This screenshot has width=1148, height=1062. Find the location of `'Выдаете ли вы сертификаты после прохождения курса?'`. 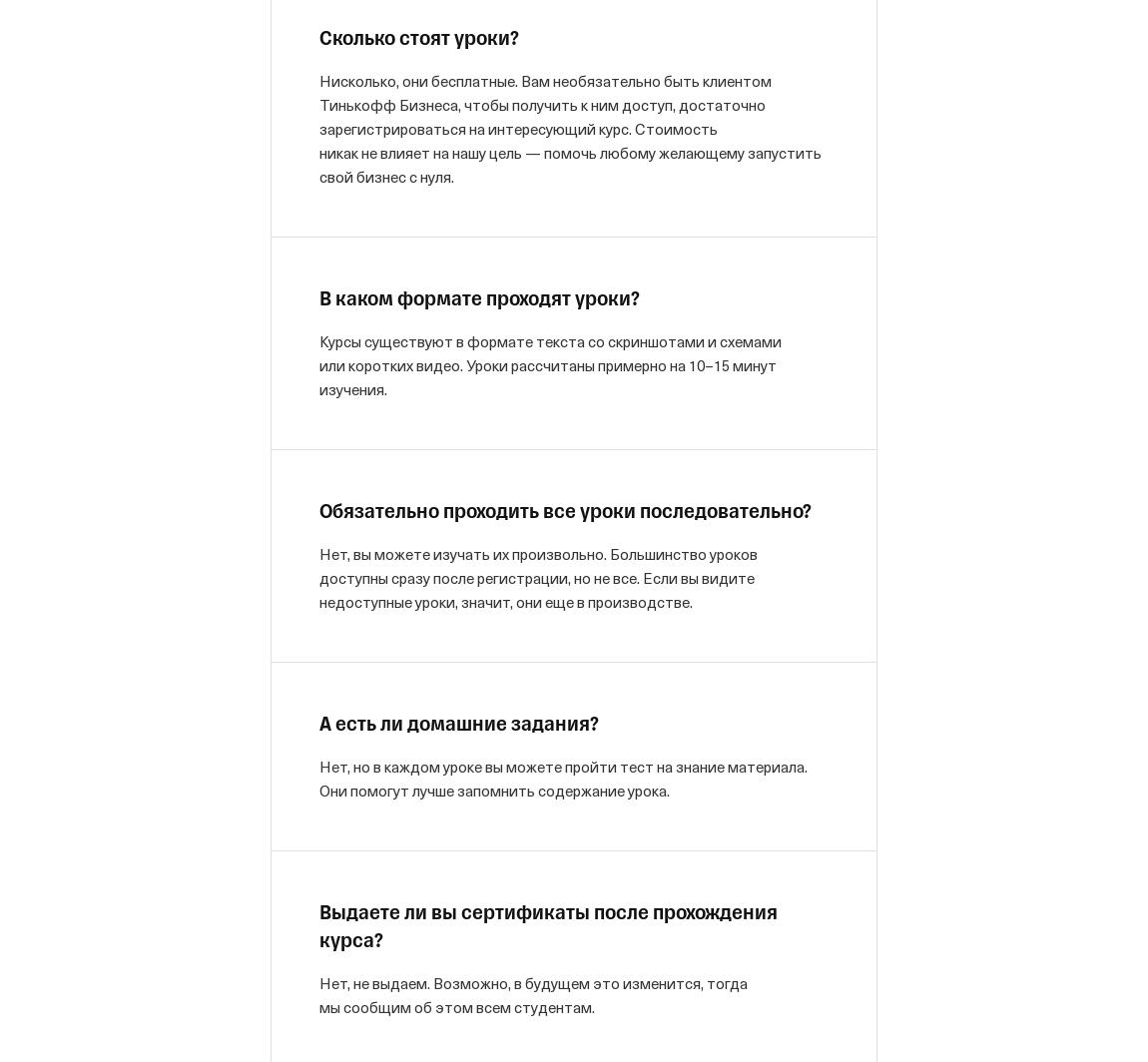

'Выдаете ли вы сертификаты после прохождения курса?' is located at coordinates (548, 926).